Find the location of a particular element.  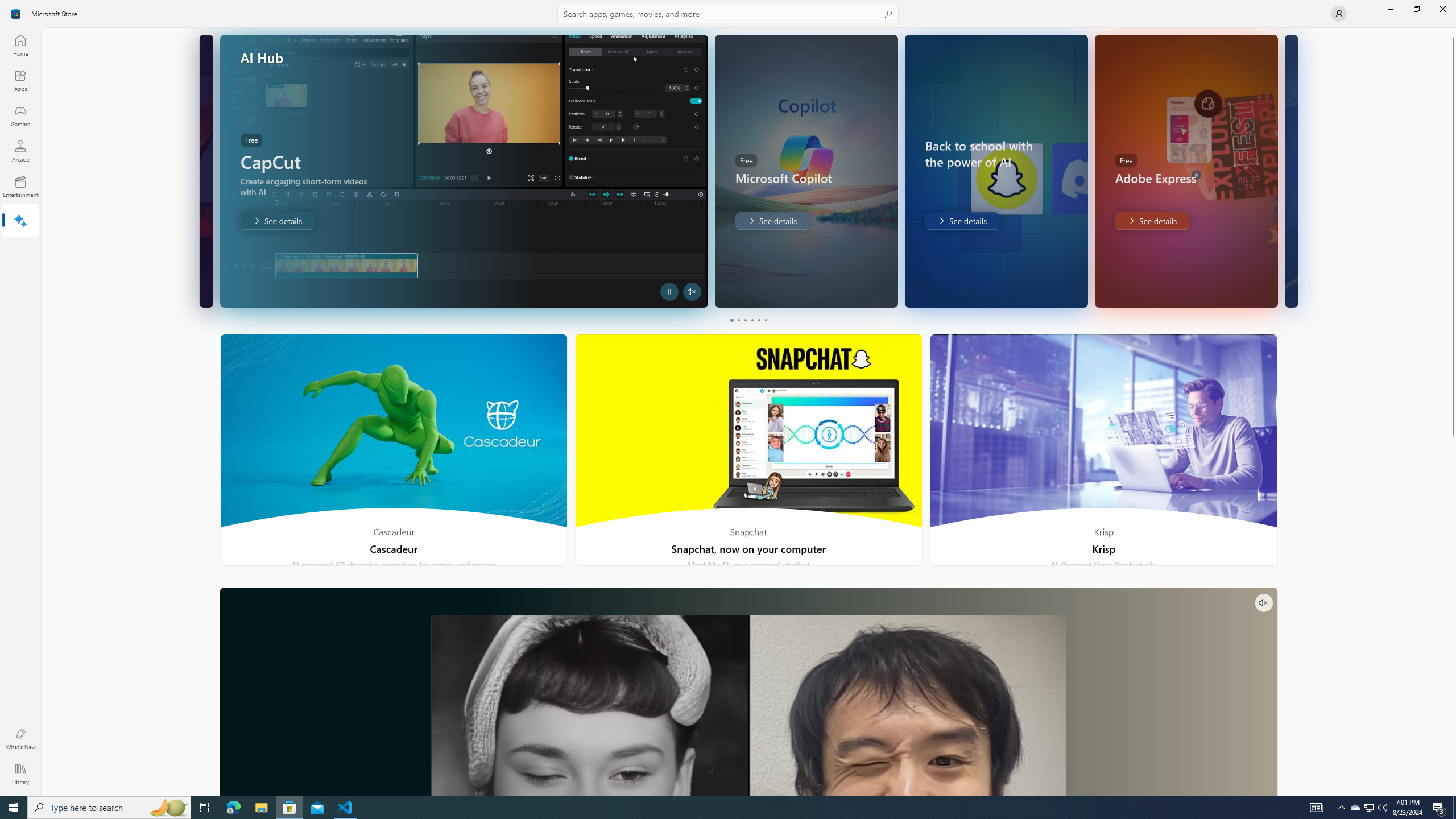

'Page 3' is located at coordinates (744, 320).